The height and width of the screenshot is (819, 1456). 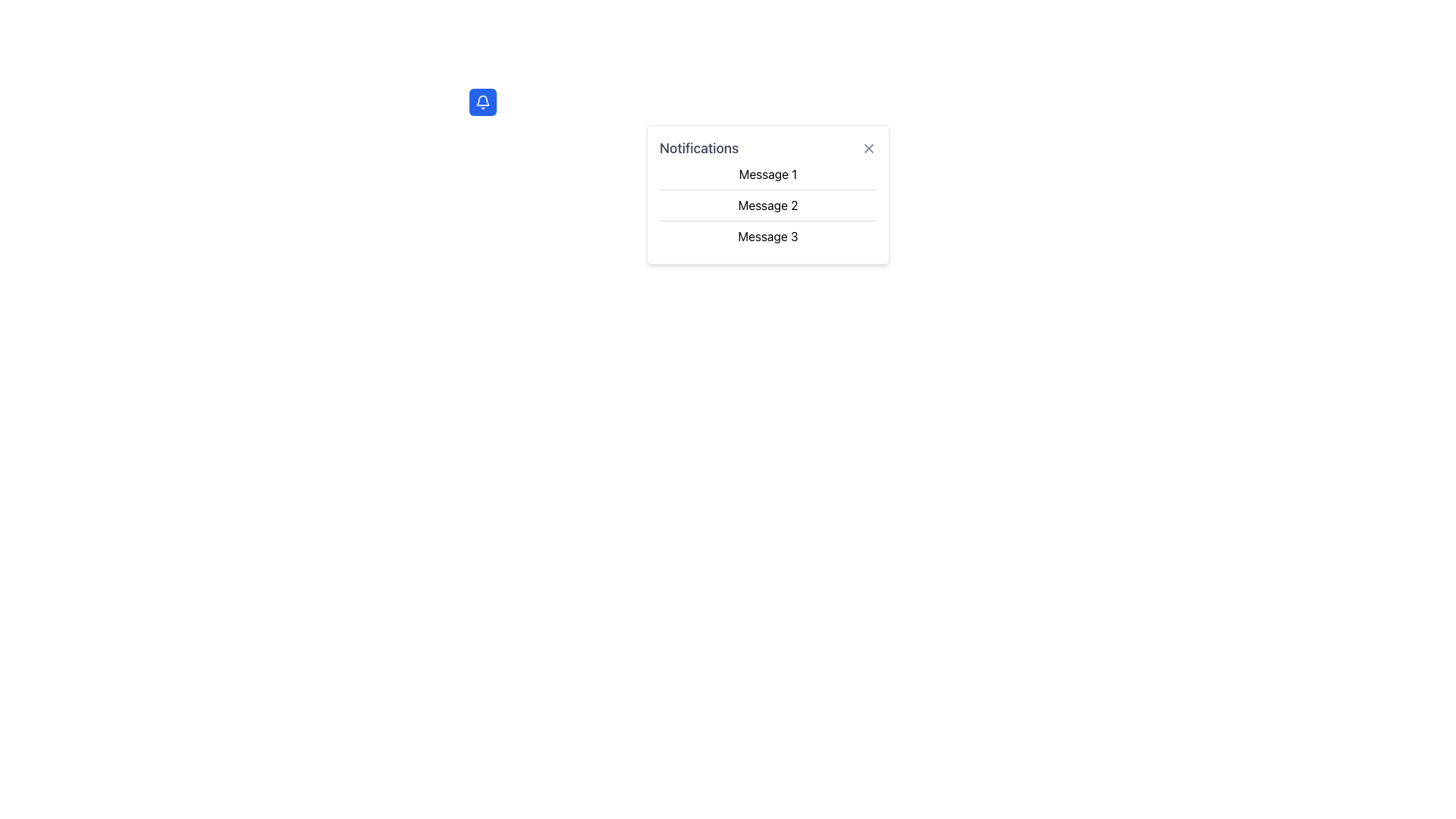 I want to click on the 'X' icon close button located in the top-right corner of the notification card, so click(x=869, y=149).